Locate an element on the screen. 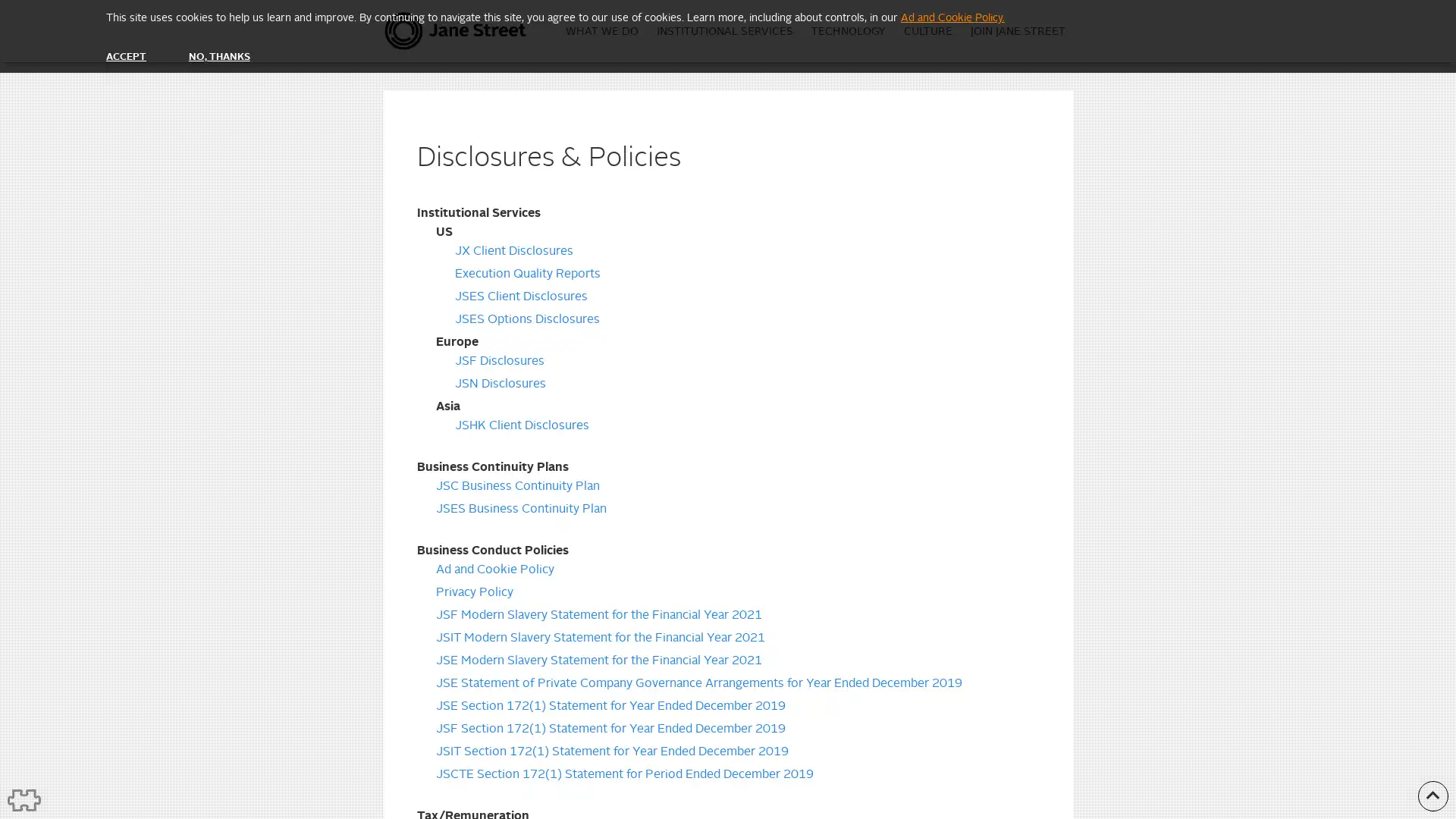 The width and height of the screenshot is (1456, 819). learn more about cookies is located at coordinates (952, 17).